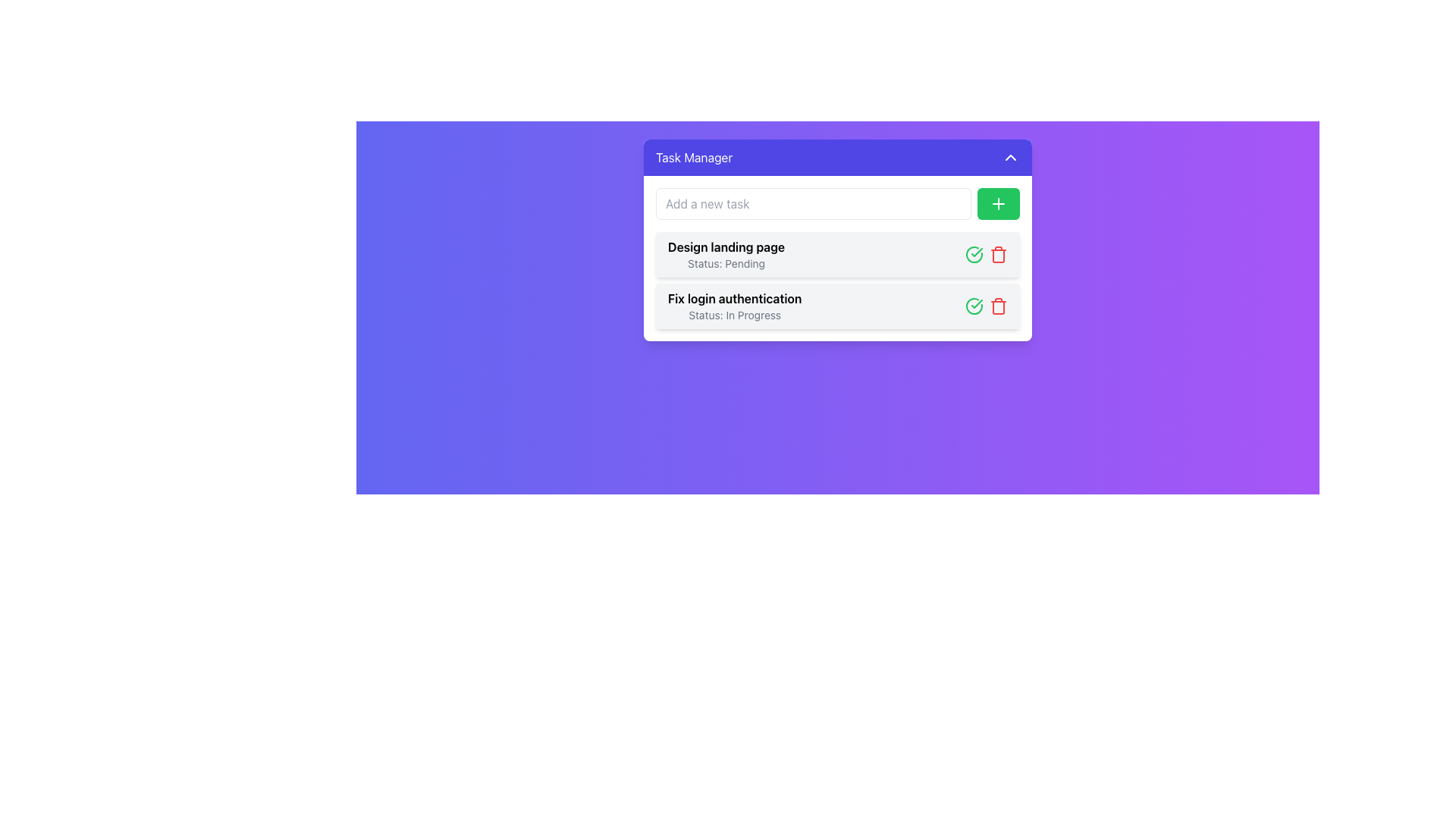 This screenshot has width=1456, height=819. I want to click on the green checkmark icon in the circular design, indicating a completed task for the 'Design landing page', so click(974, 306).